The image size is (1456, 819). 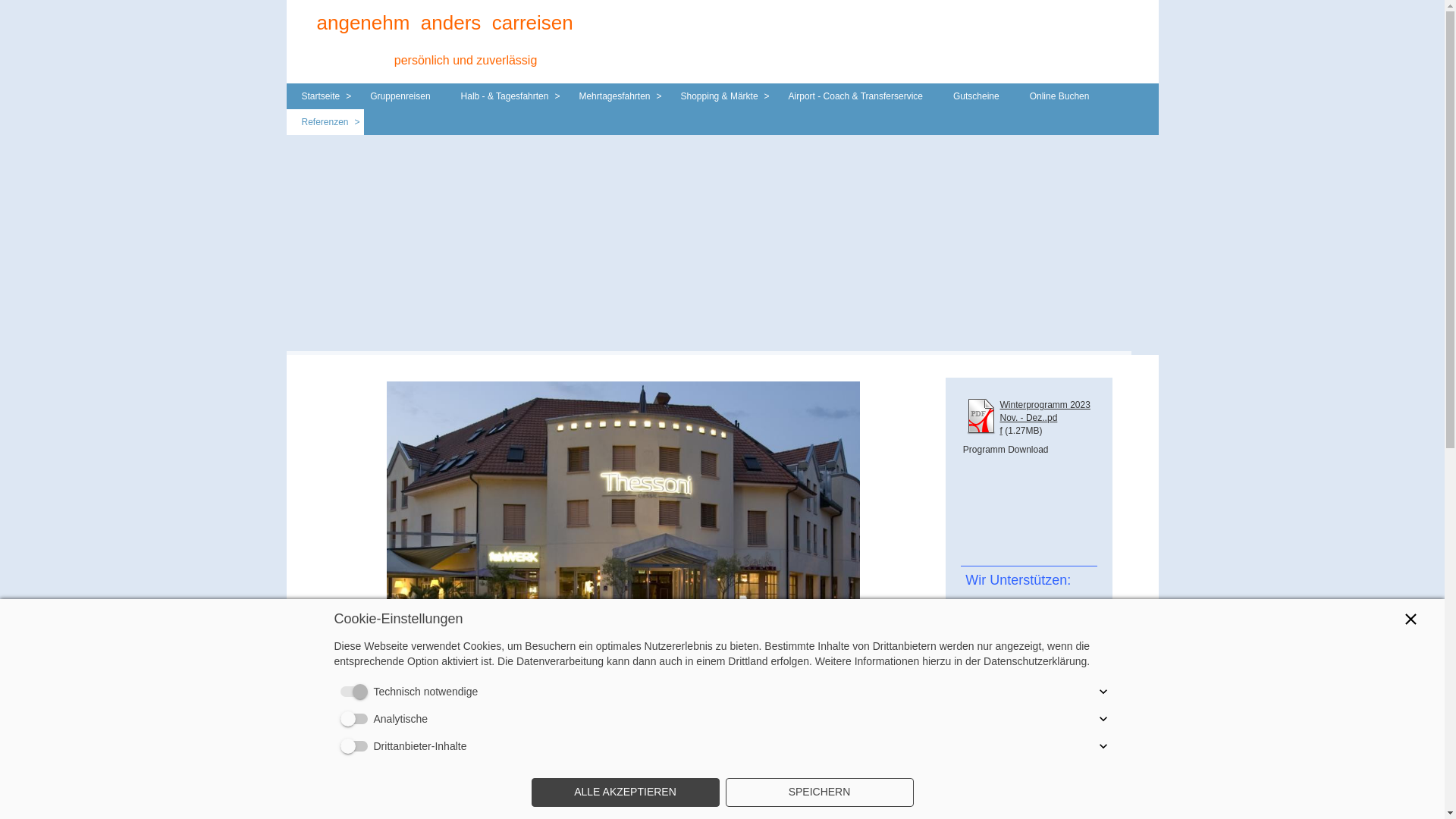 I want to click on 'Airport - Coach & Transferservice', so click(x=855, y=96).